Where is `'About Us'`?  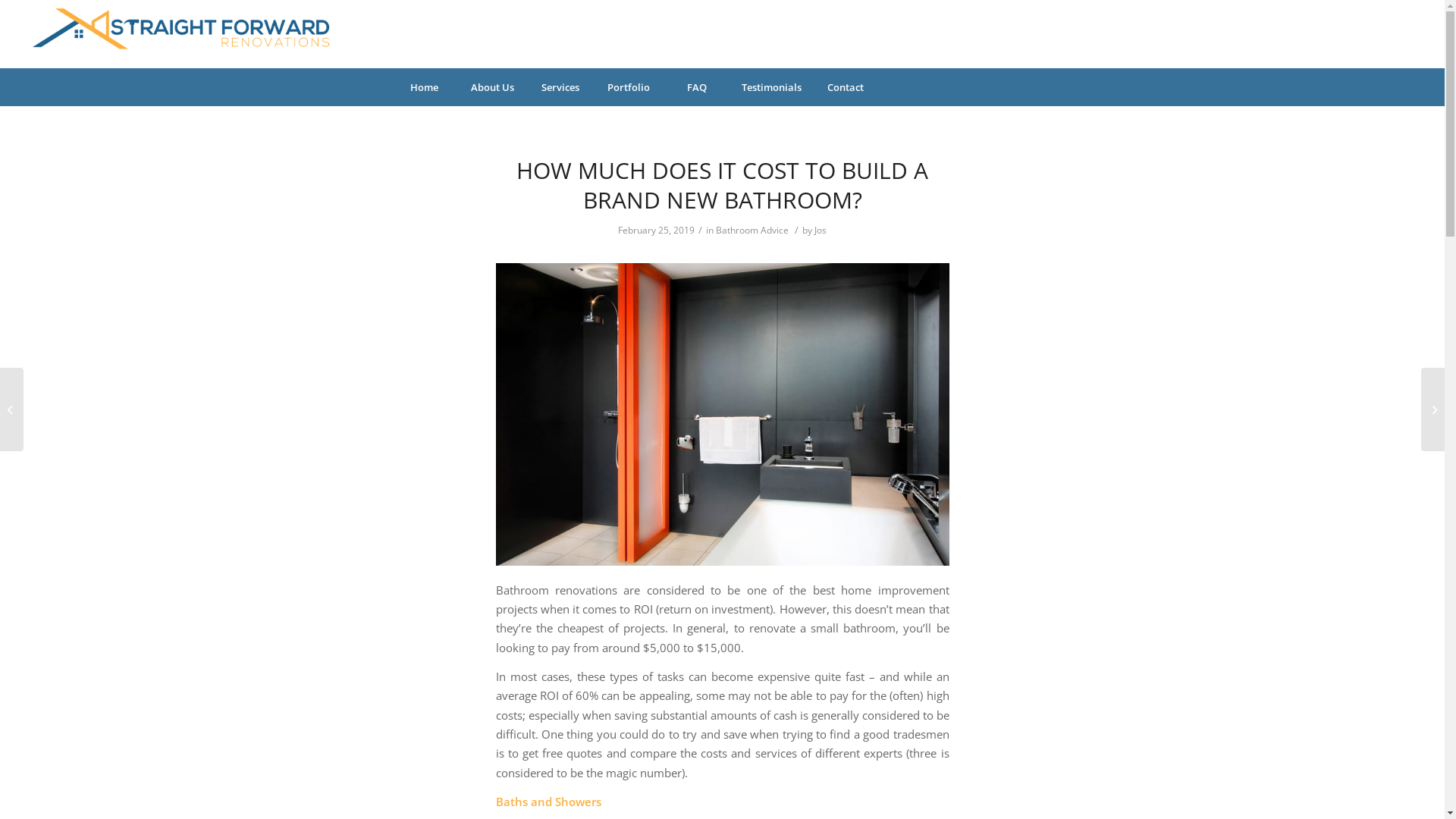
'About Us' is located at coordinates (491, 87).